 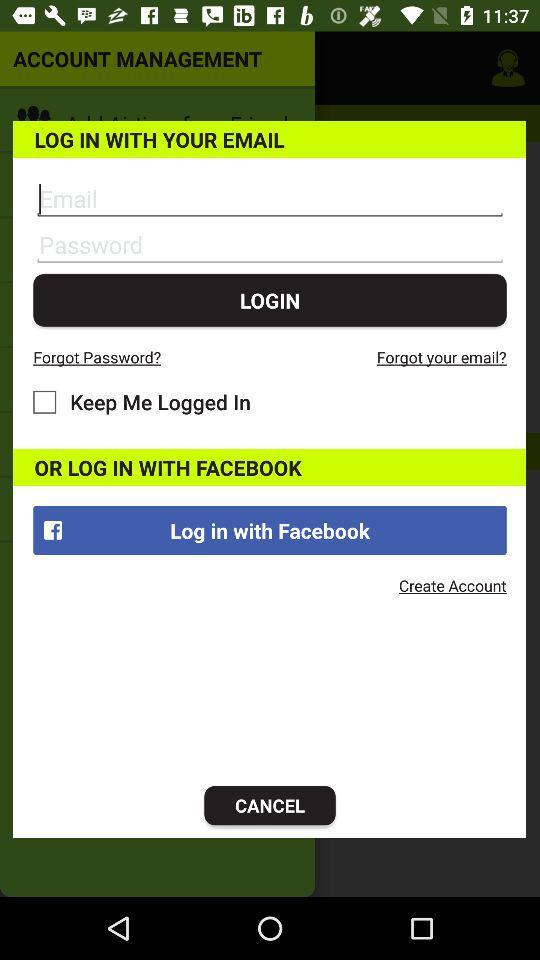 I want to click on icon at the bottom, so click(x=270, y=805).